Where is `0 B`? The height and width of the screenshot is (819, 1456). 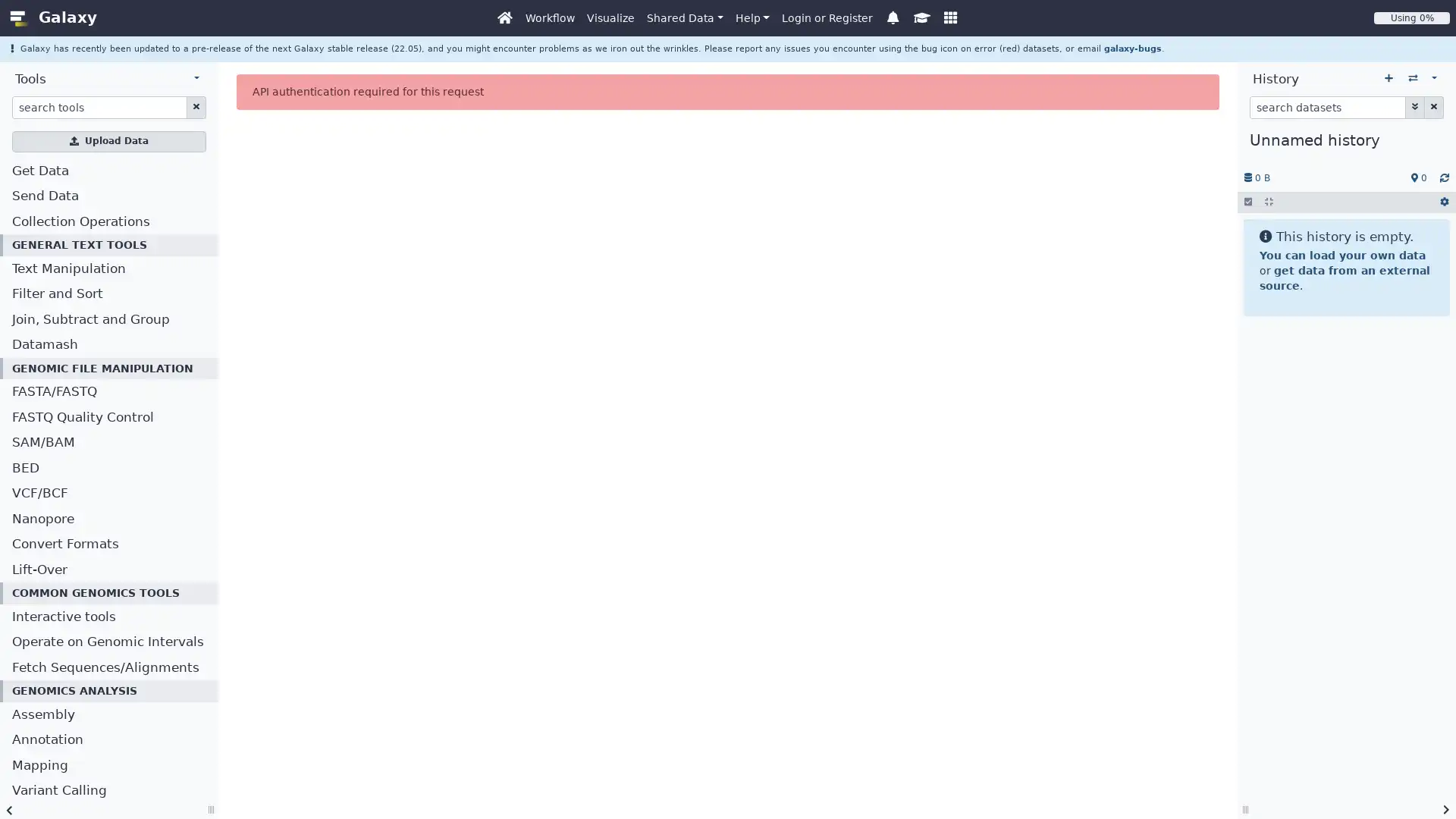 0 B is located at coordinates (1257, 177).